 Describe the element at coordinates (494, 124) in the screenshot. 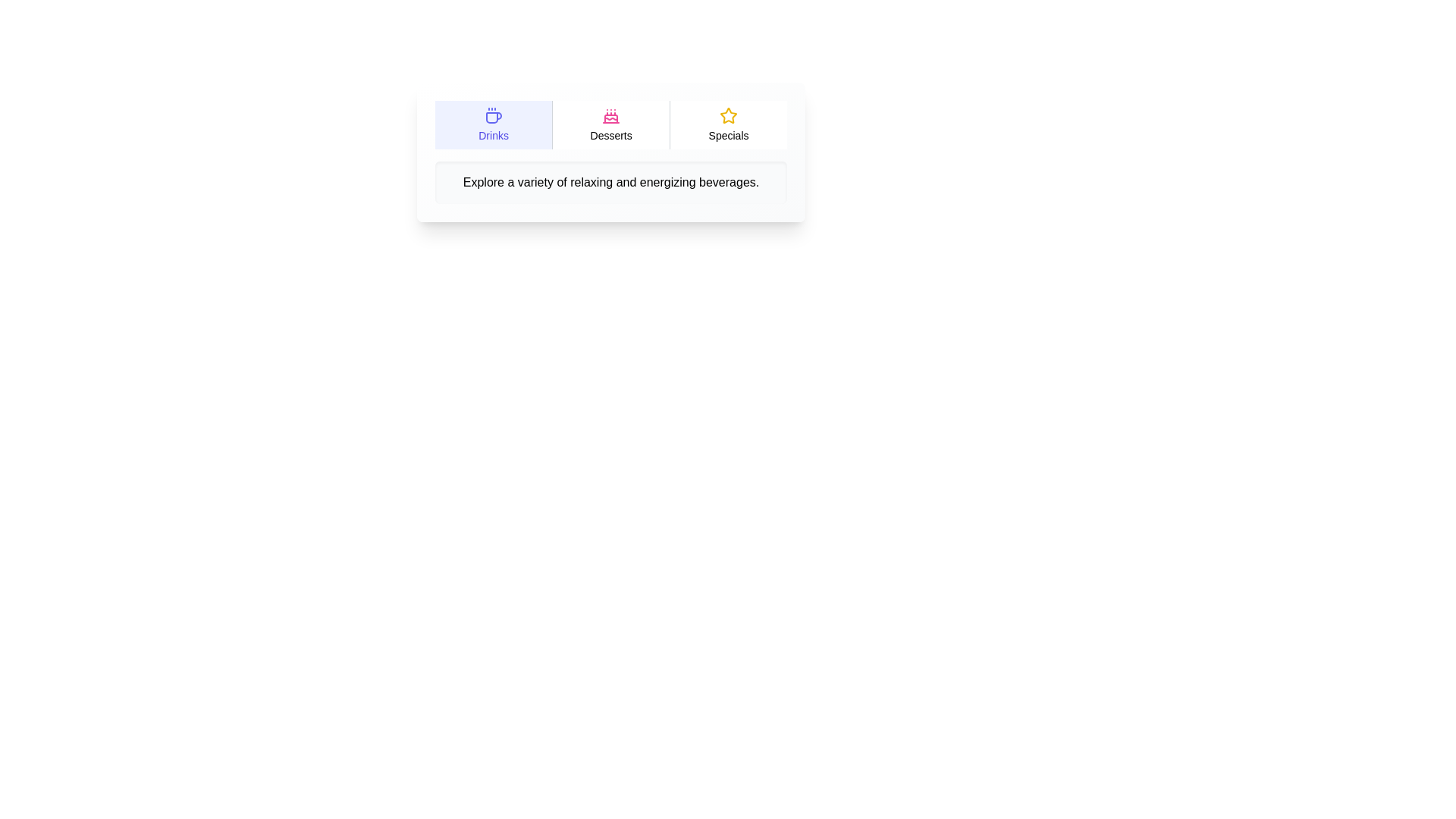

I see `the tab labeled Drinks` at that location.